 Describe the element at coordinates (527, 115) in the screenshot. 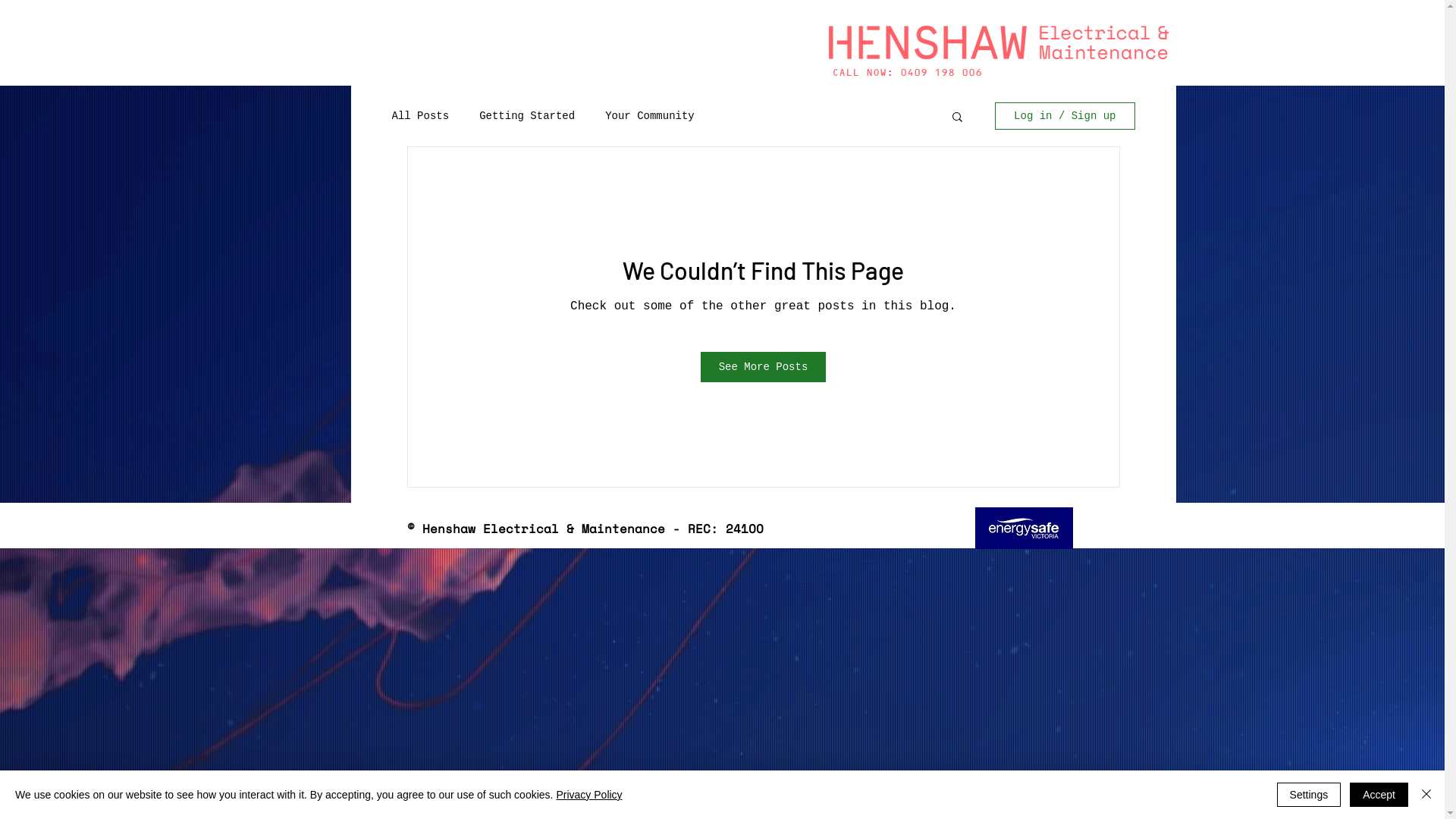

I see `'Getting Started'` at that location.